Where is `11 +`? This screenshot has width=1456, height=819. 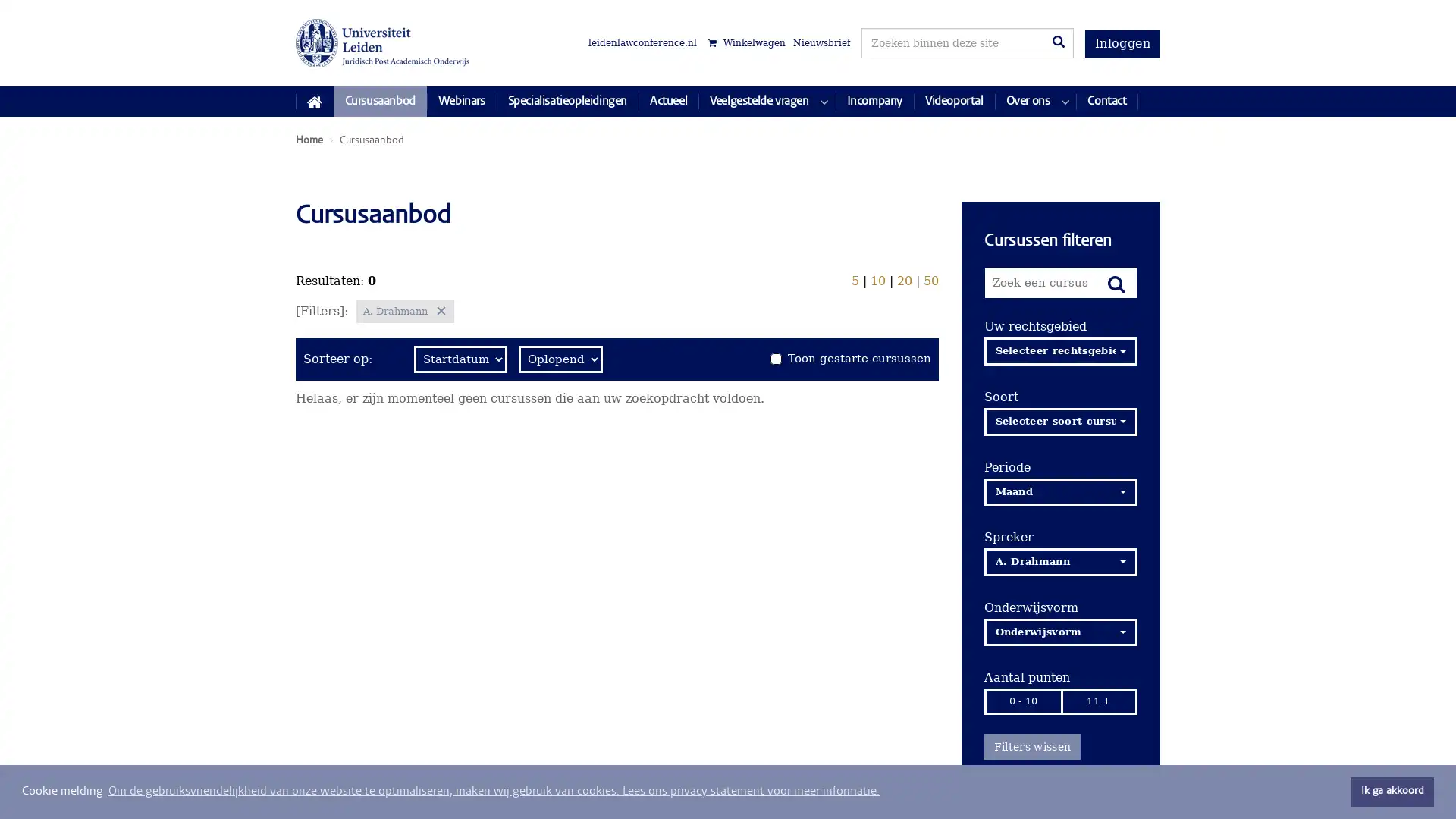
11 + is located at coordinates (1099, 701).